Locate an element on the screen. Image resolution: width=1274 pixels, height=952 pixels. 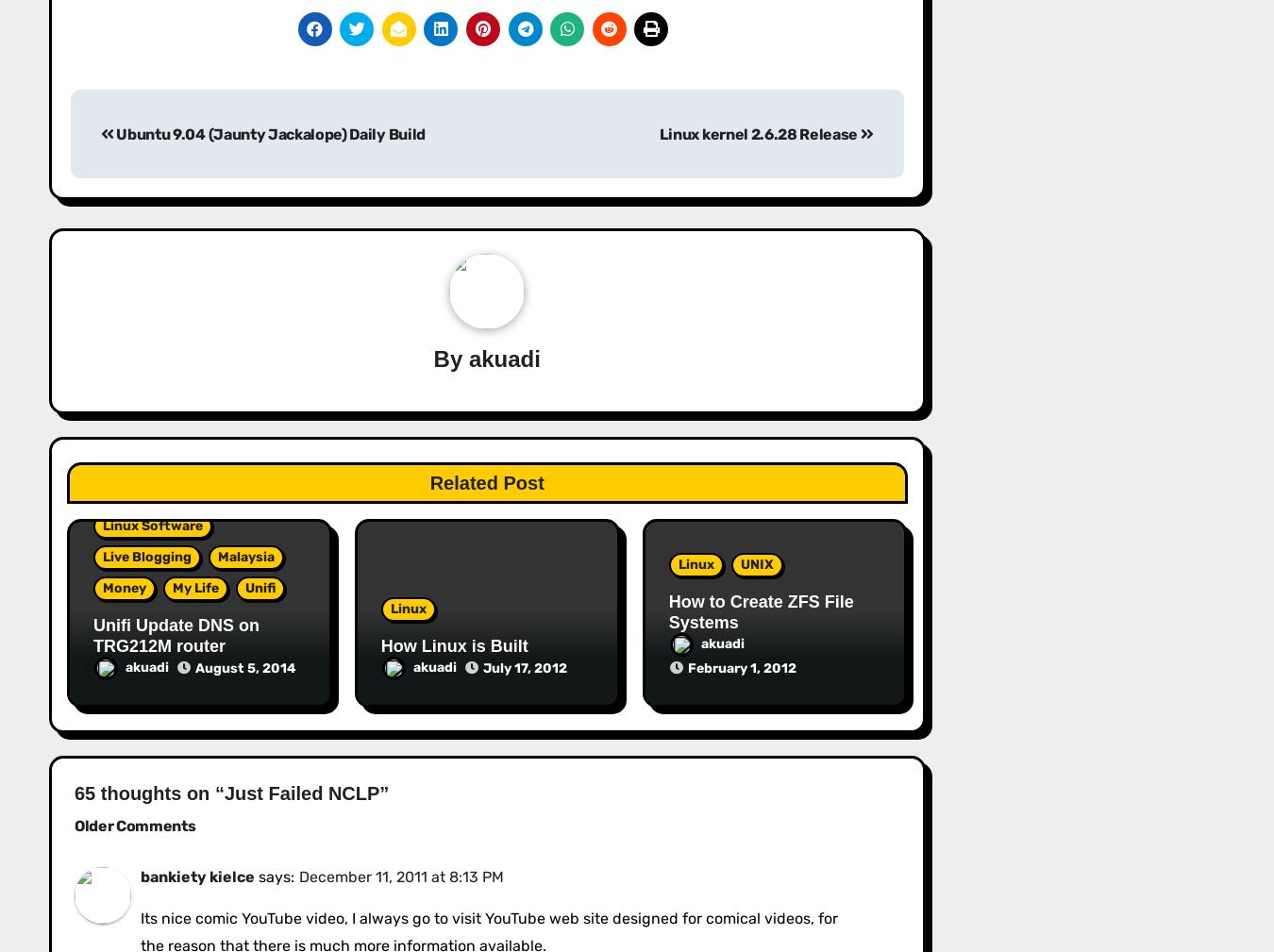
'Email' is located at coordinates (94, 80).